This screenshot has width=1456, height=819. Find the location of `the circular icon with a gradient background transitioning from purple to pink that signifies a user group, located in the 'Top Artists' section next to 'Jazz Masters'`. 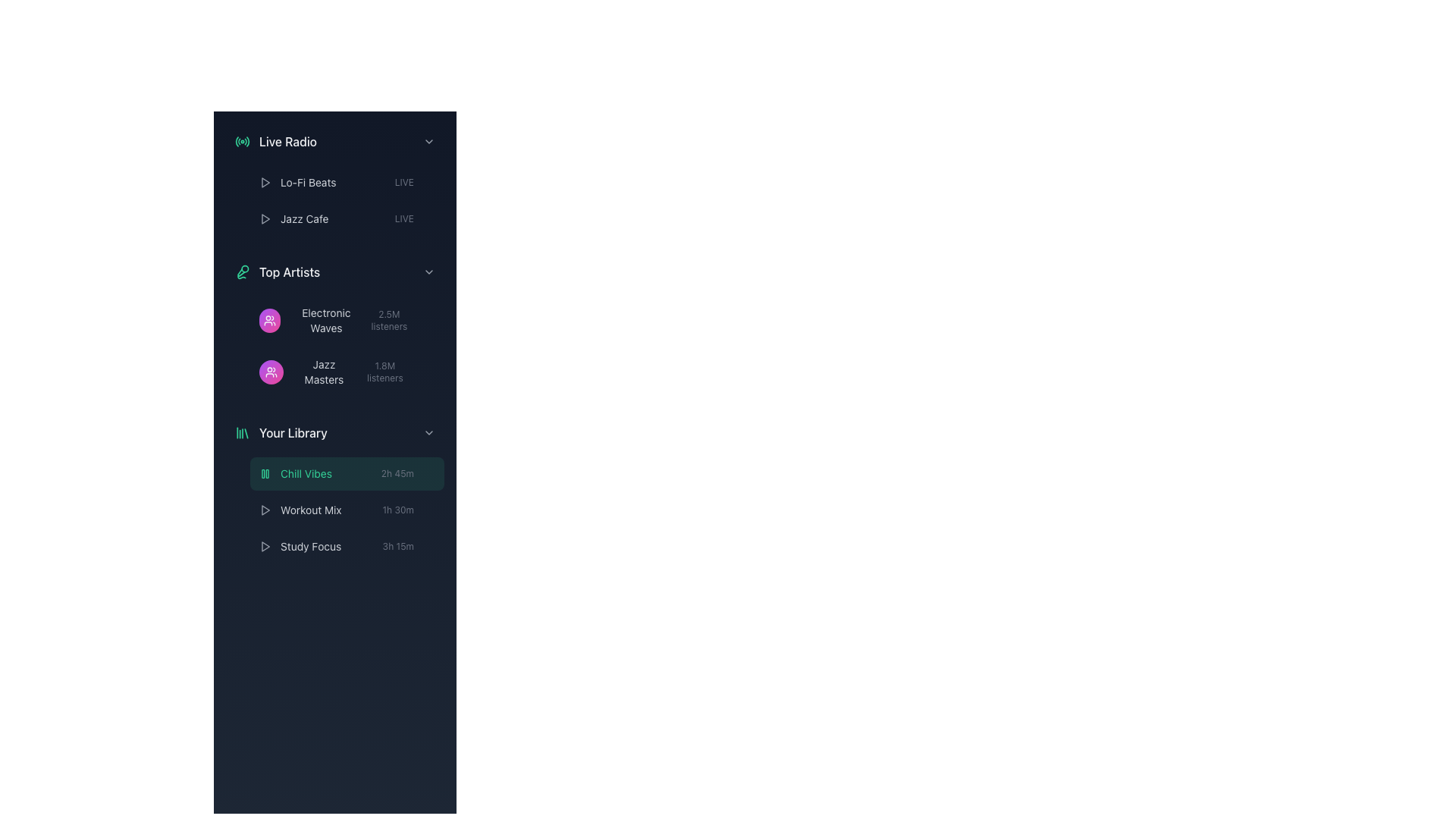

the circular icon with a gradient background transitioning from purple to pink that signifies a user group, located in the 'Top Artists' section next to 'Jazz Masters' is located at coordinates (271, 372).